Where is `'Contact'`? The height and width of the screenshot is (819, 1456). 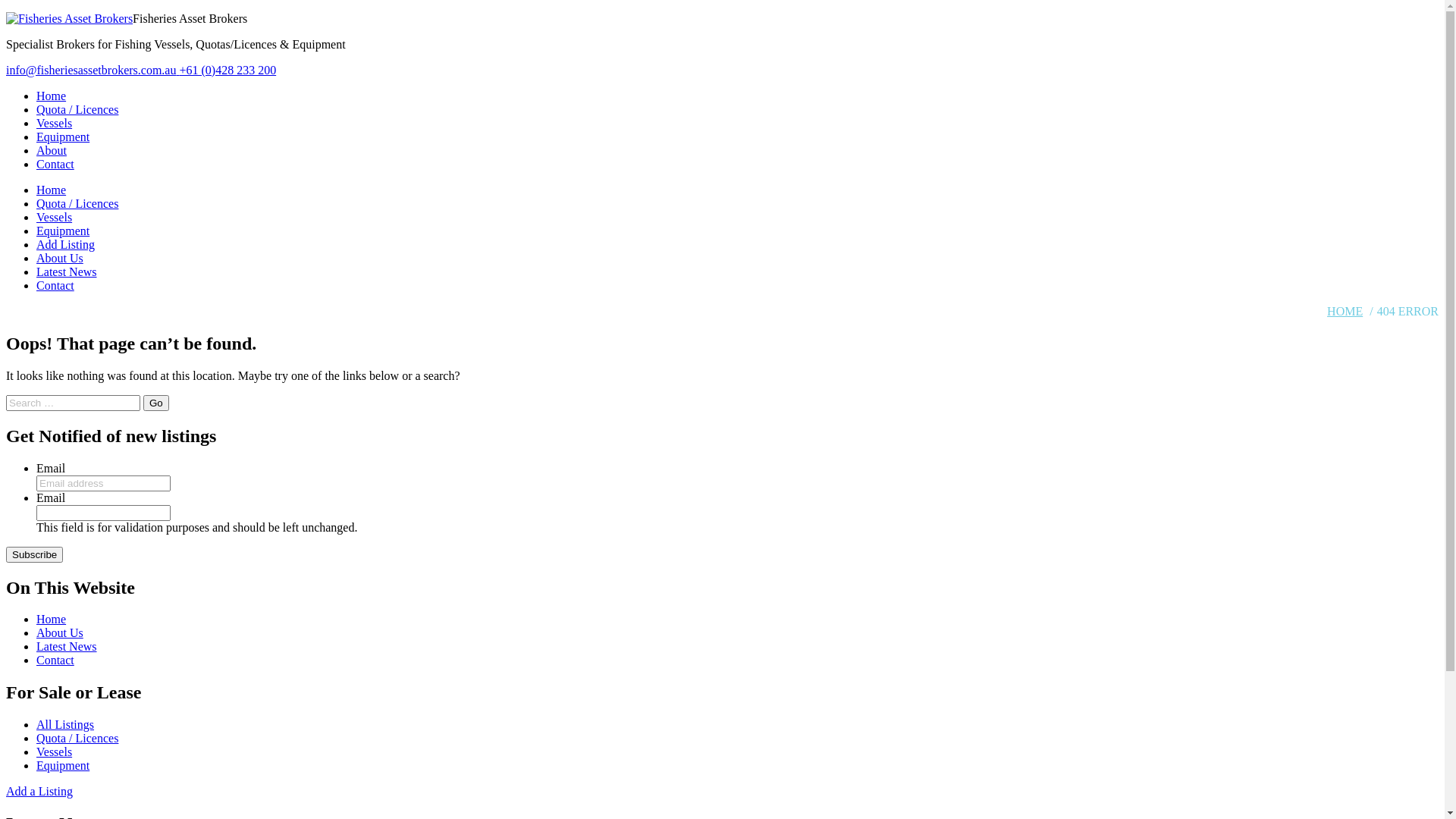 'Contact' is located at coordinates (55, 659).